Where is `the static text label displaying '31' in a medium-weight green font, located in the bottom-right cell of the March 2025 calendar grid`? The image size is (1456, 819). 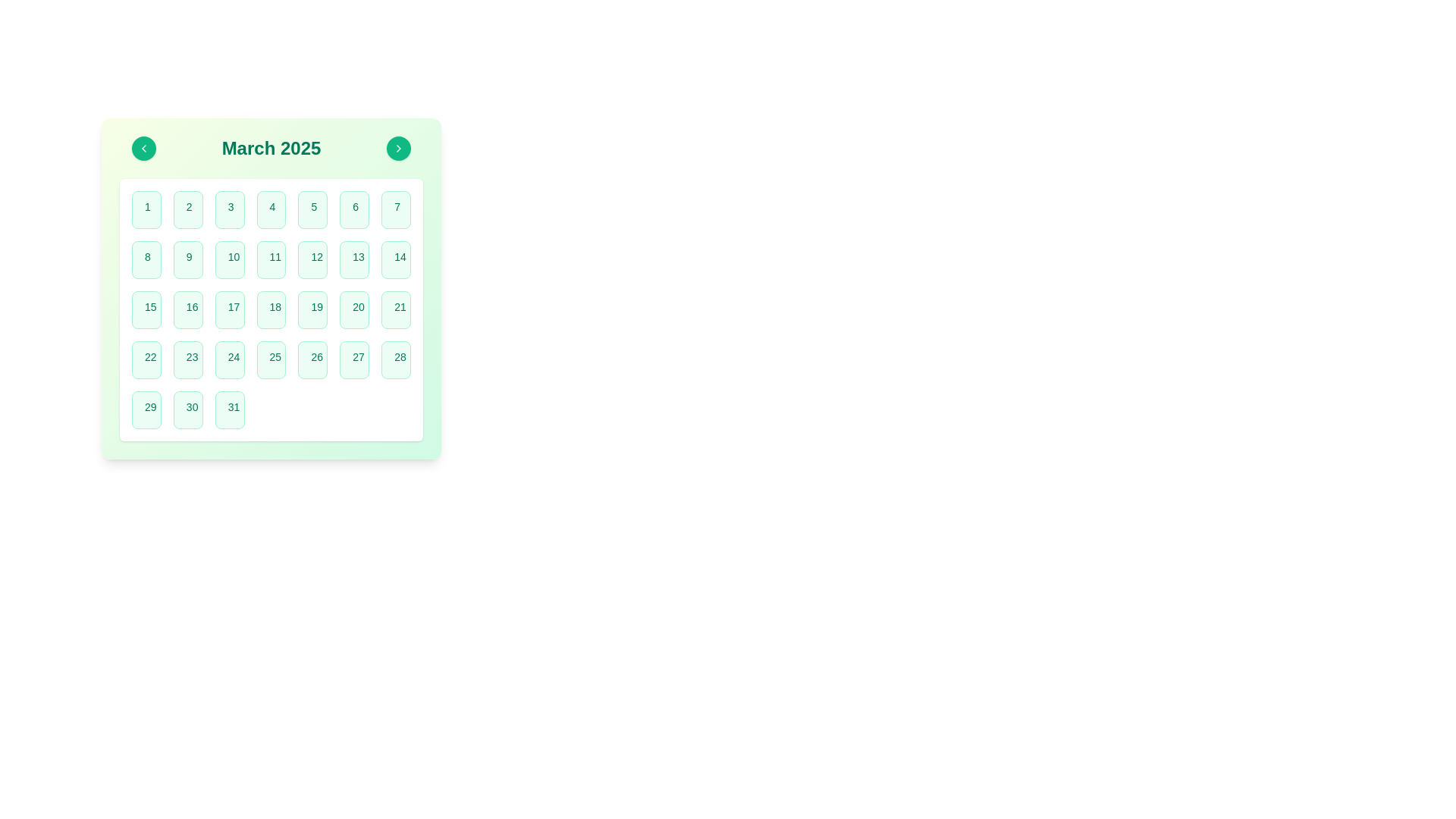
the static text label displaying '31' in a medium-weight green font, located in the bottom-right cell of the March 2025 calendar grid is located at coordinates (233, 406).